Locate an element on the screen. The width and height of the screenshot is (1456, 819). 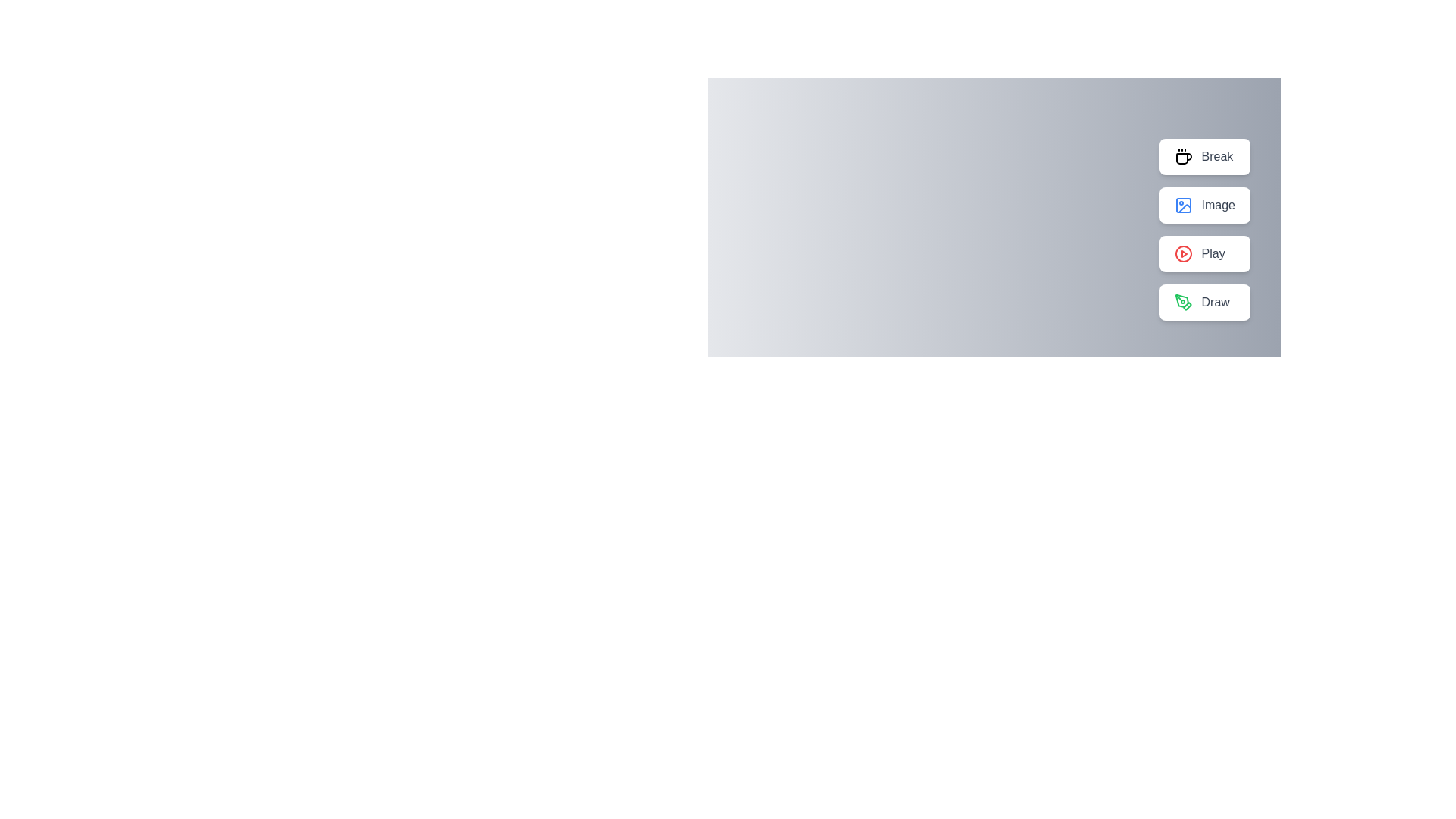
the action button labeled Draw to observe hover effects is located at coordinates (1203, 302).